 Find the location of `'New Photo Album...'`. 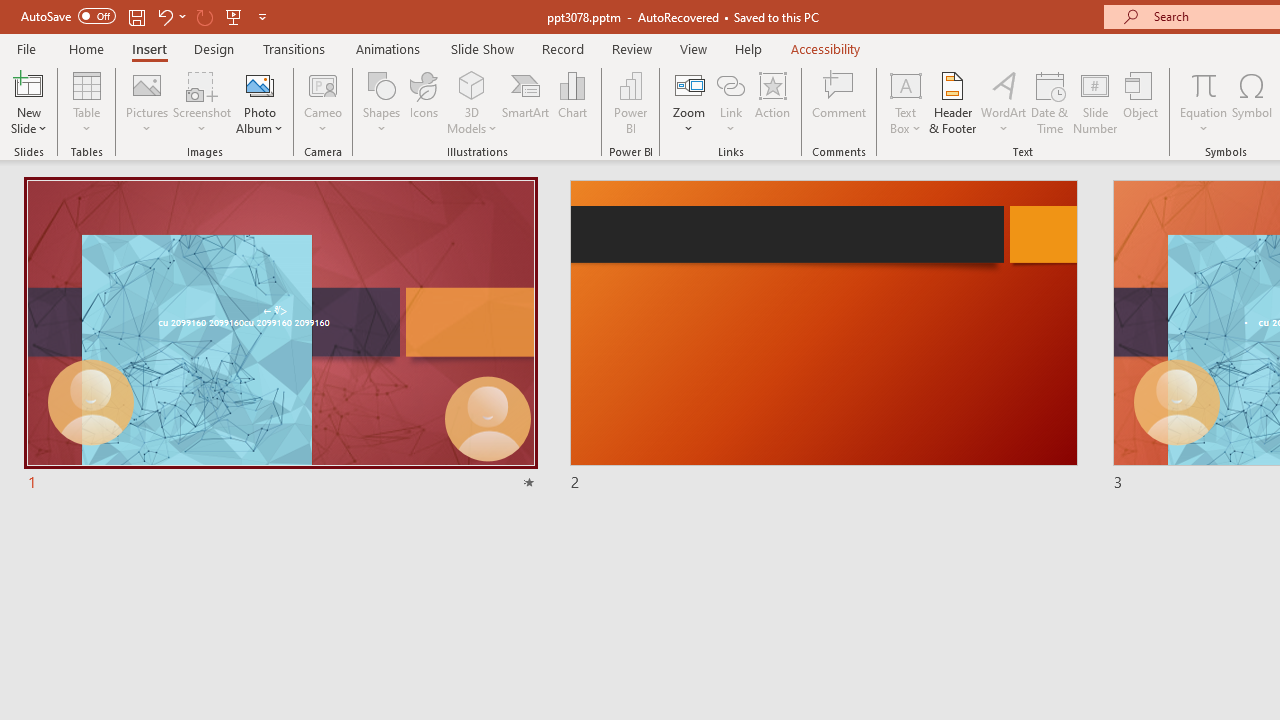

'New Photo Album...' is located at coordinates (258, 84).